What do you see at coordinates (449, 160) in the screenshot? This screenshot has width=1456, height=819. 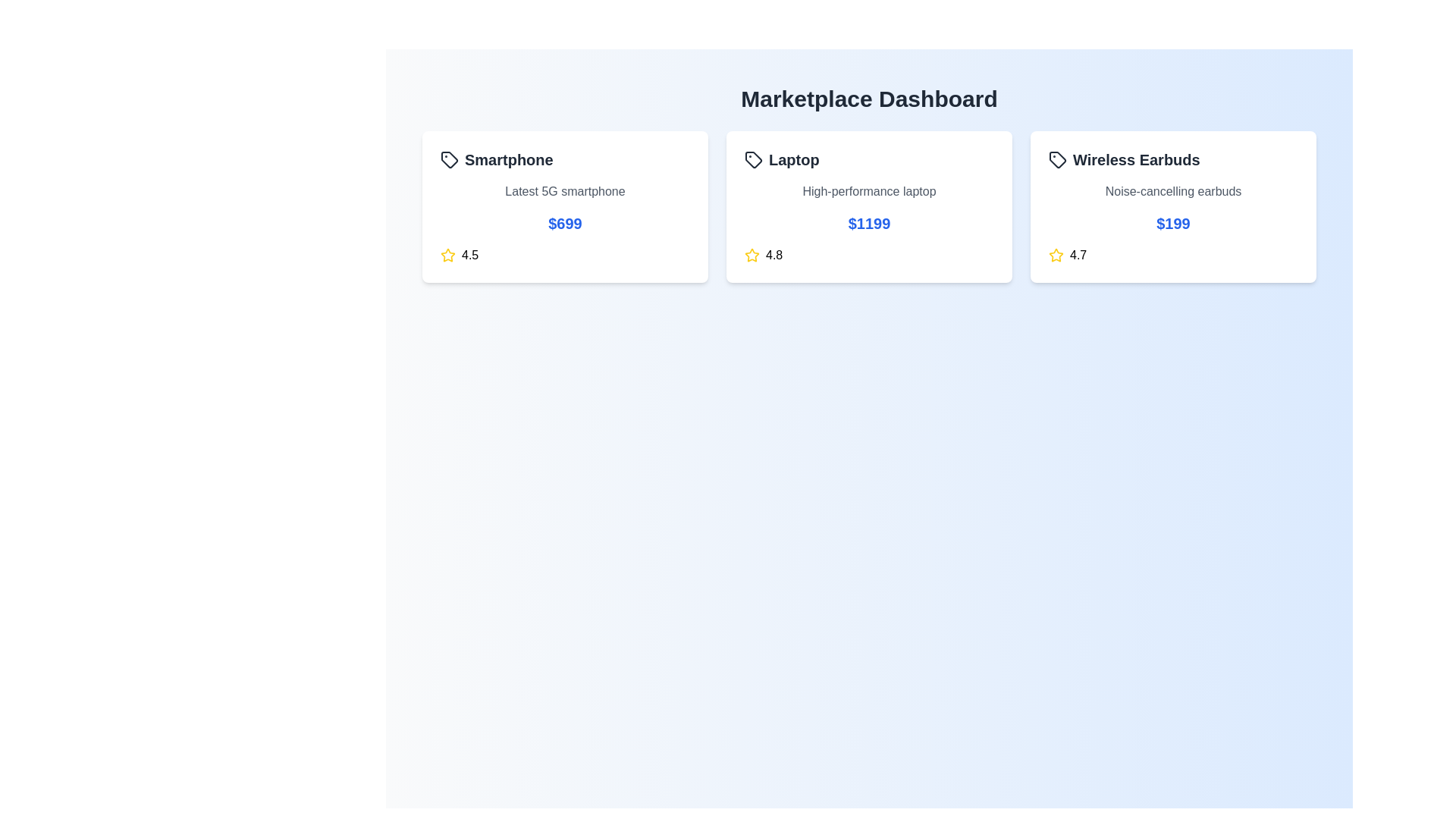 I see `the minimalist tag icon located at the beginning of the 'Smartphone' text element on the first card in the row of cards` at bounding box center [449, 160].